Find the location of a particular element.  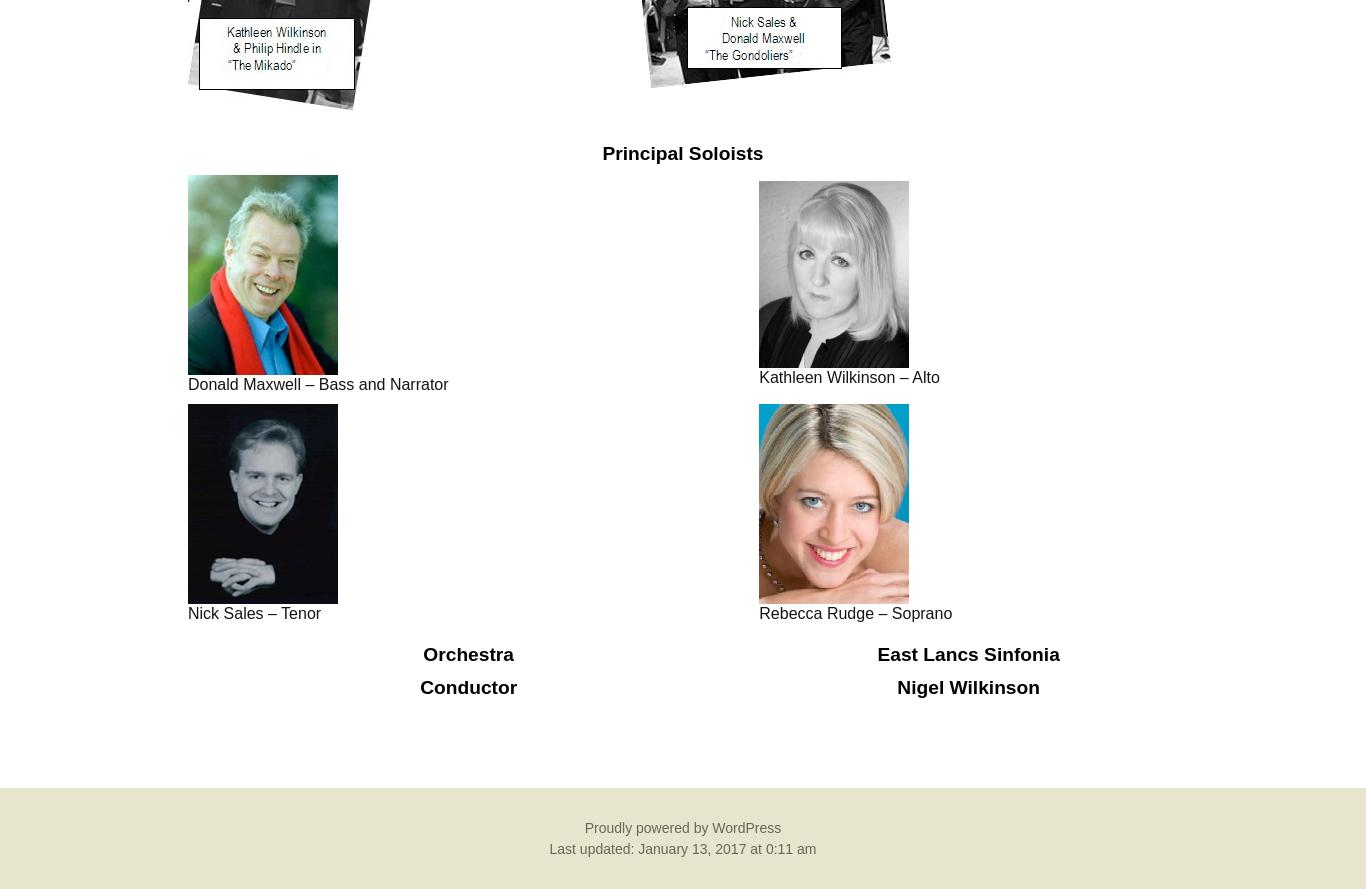

'Nigel Wilkinson' is located at coordinates (896, 686).